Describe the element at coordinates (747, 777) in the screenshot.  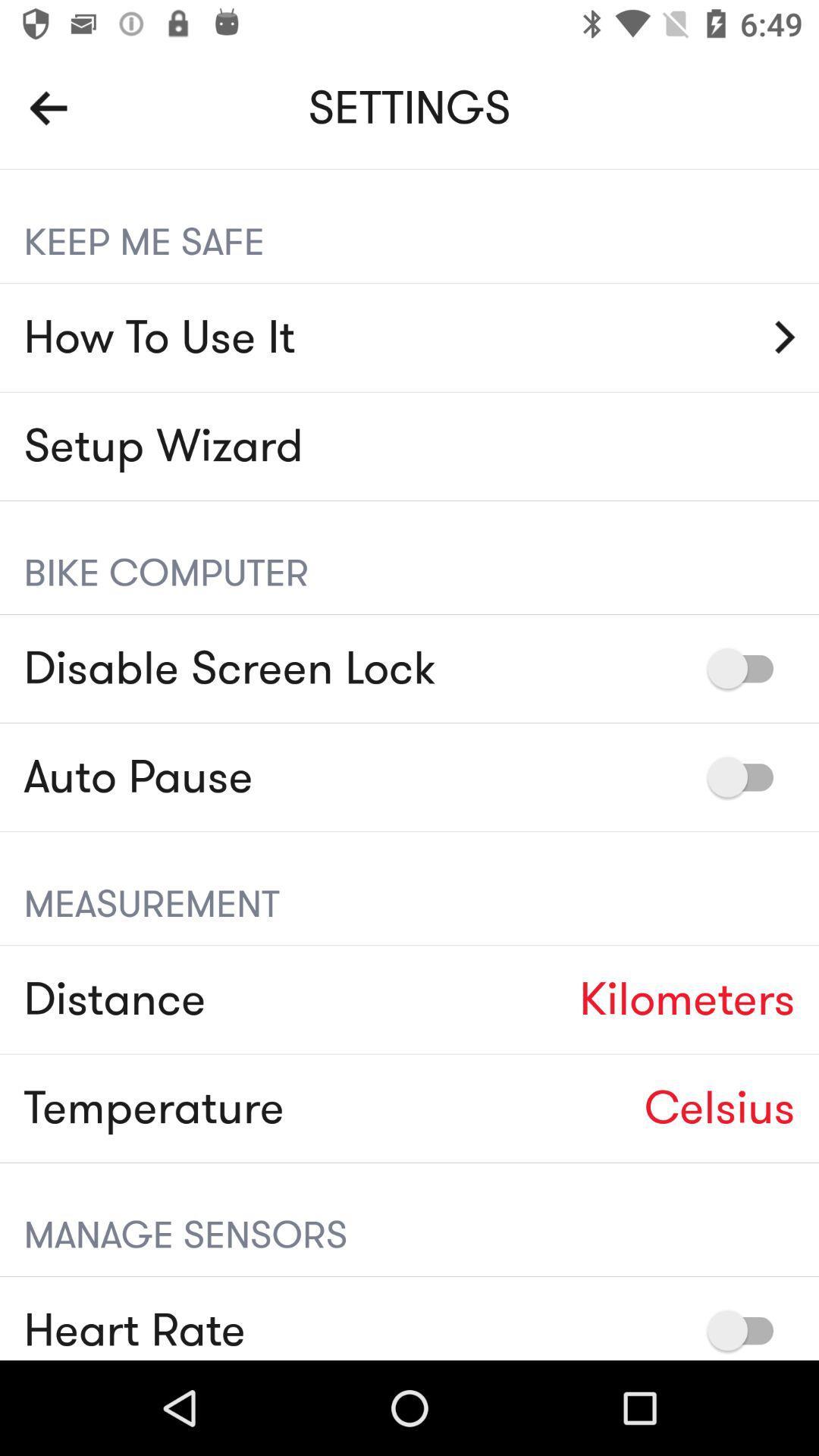
I see `auto pause option` at that location.